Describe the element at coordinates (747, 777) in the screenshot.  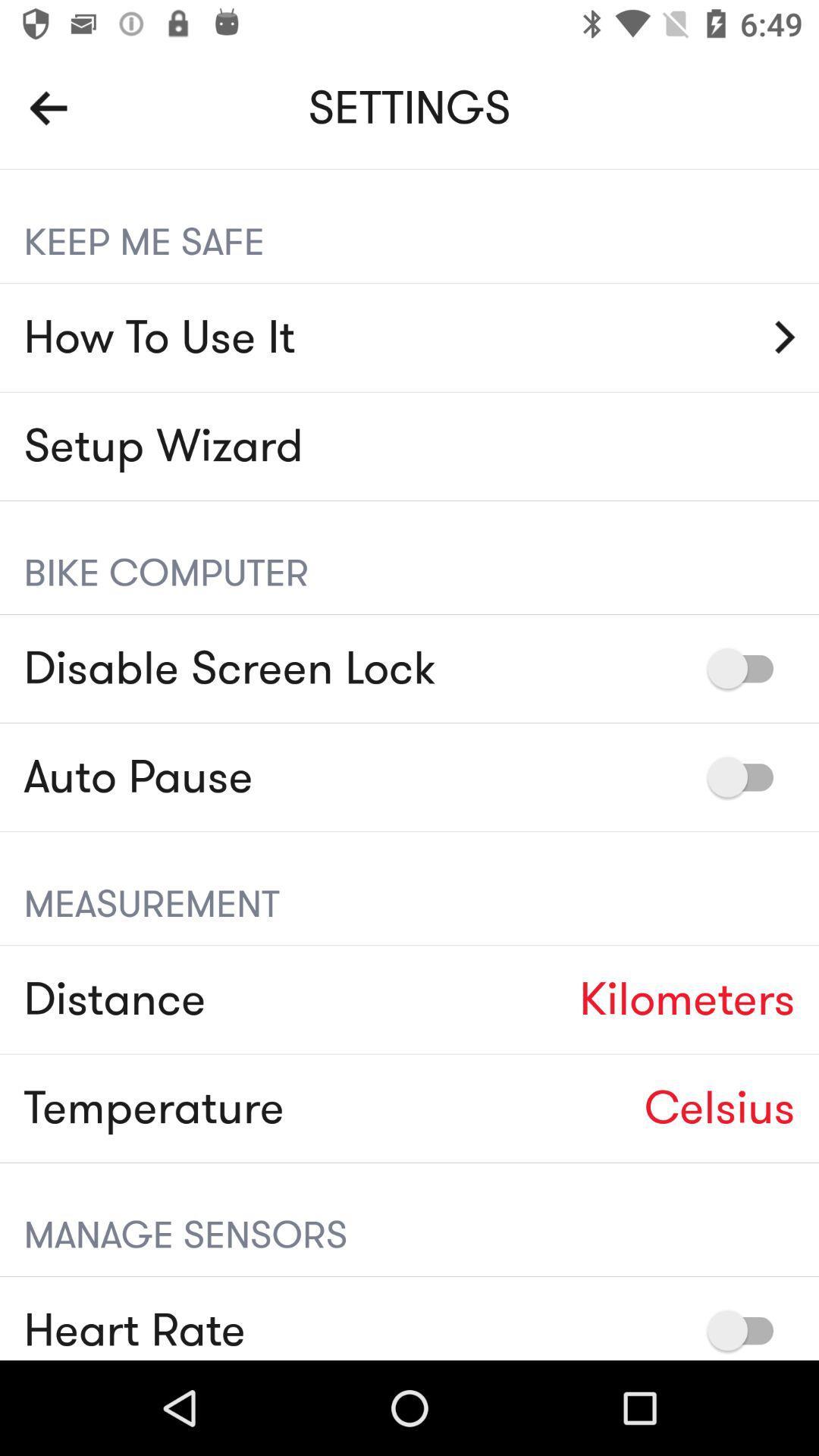
I see `auto pause option` at that location.